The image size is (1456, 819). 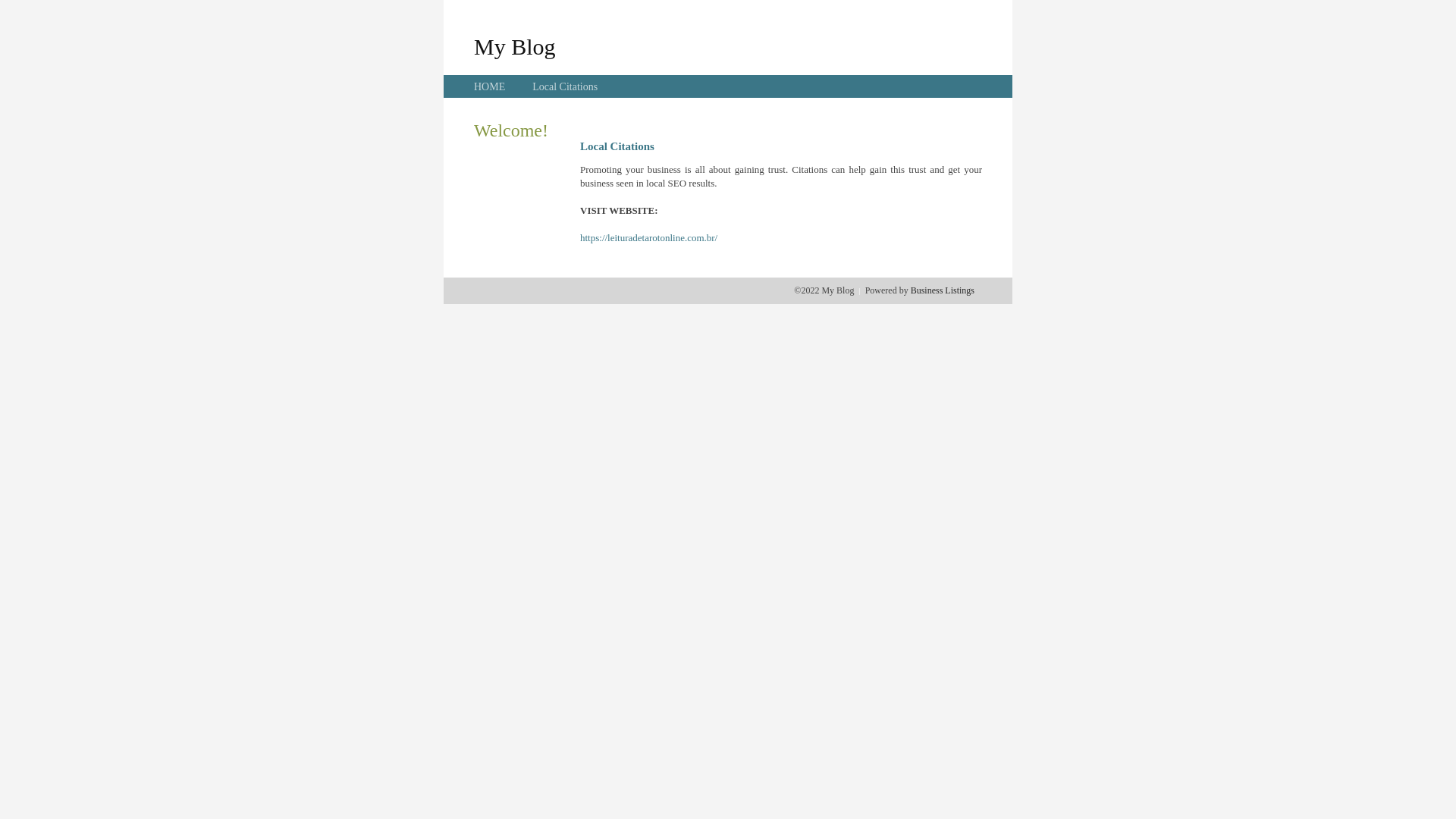 What do you see at coordinates (514, 45) in the screenshot?
I see `'My Blog'` at bounding box center [514, 45].